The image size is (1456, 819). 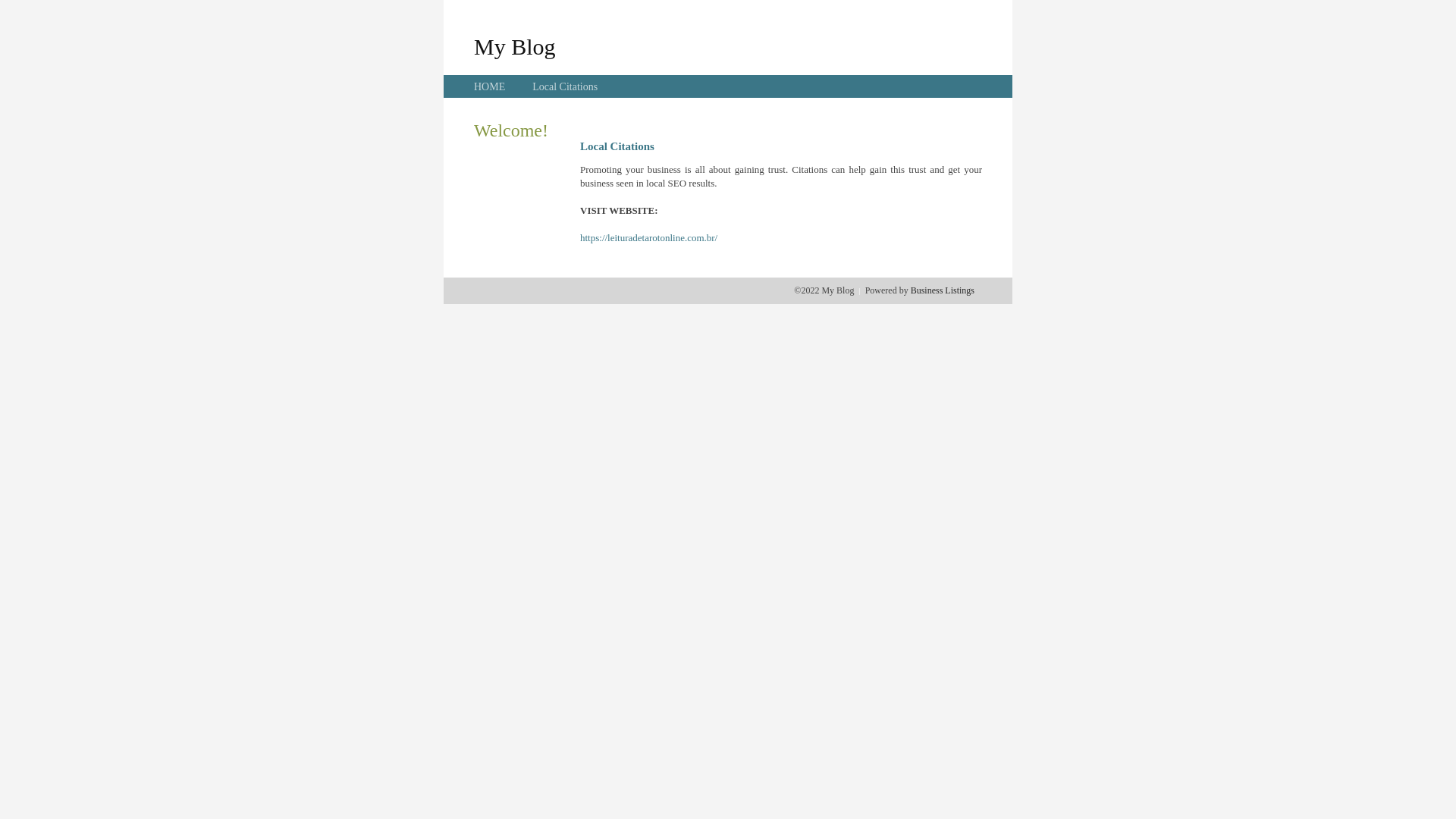 What do you see at coordinates (514, 45) in the screenshot?
I see `'My Blog'` at bounding box center [514, 45].